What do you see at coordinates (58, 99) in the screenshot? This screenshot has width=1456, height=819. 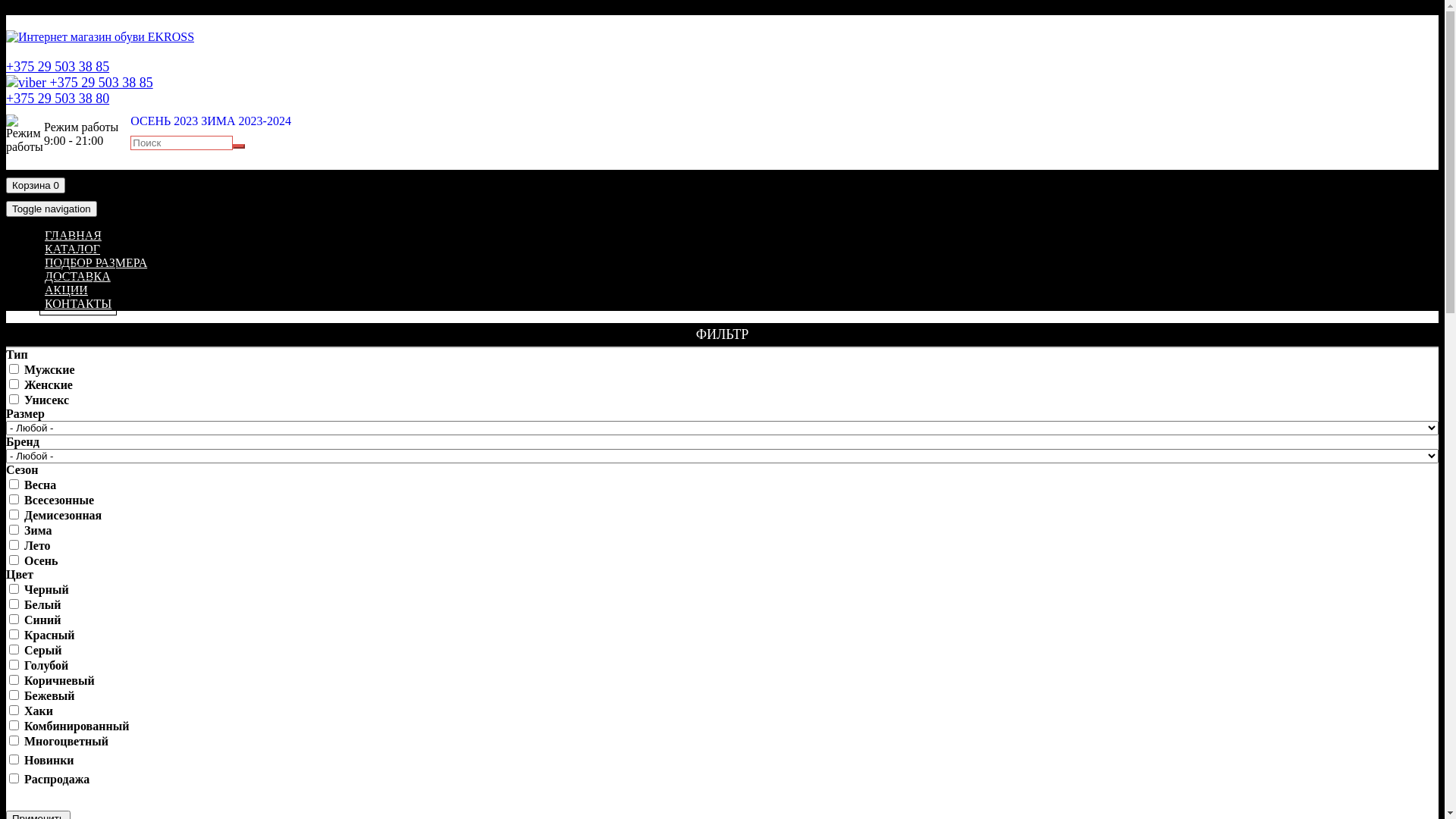 I see `'+375 29 503 38 80'` at bounding box center [58, 99].